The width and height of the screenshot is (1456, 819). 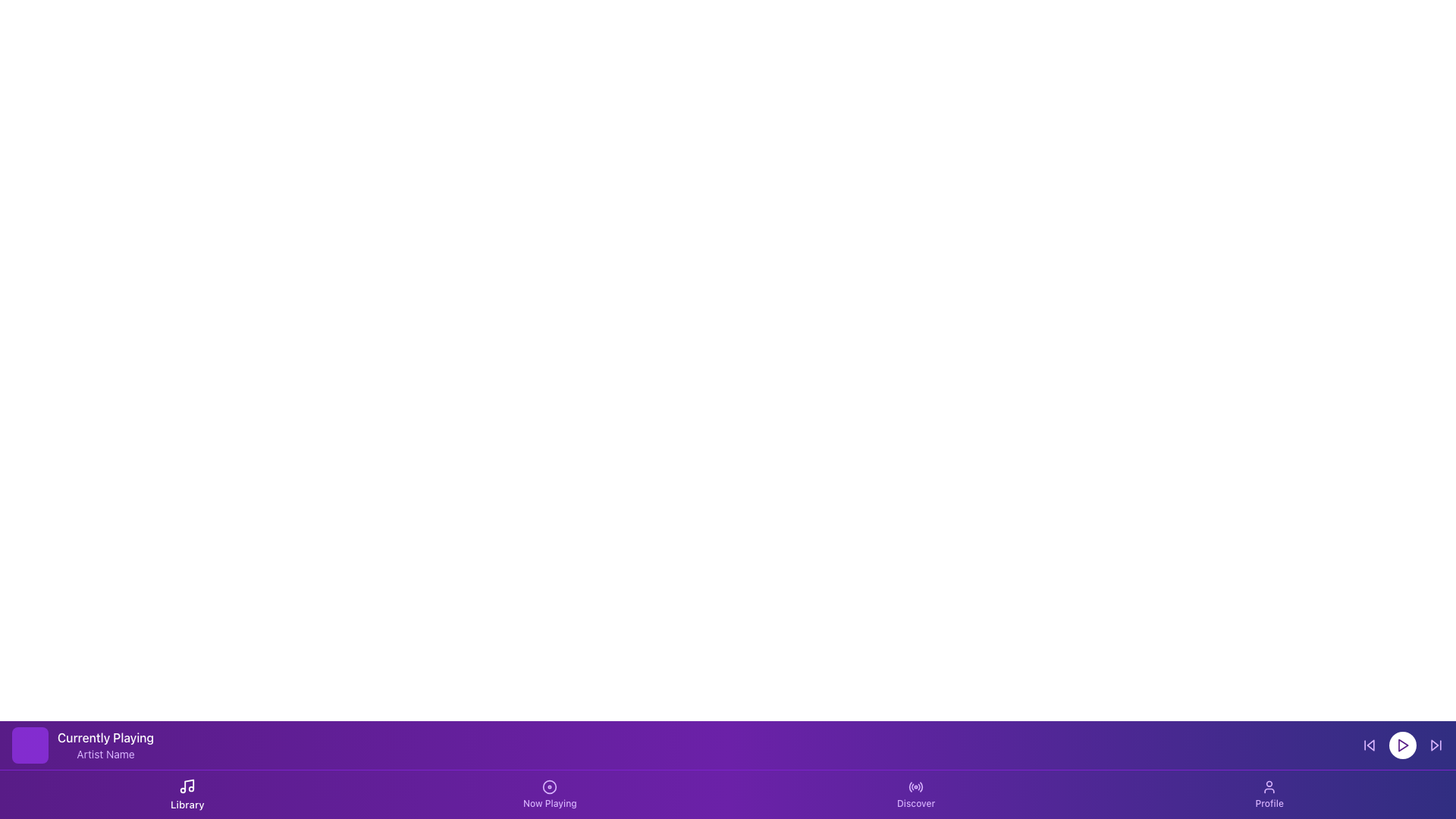 What do you see at coordinates (1370, 745) in the screenshot?
I see `the triangular navigation arrow icon used for skipping backward in media control interfaces, located in the lower-right corner of the interface` at bounding box center [1370, 745].